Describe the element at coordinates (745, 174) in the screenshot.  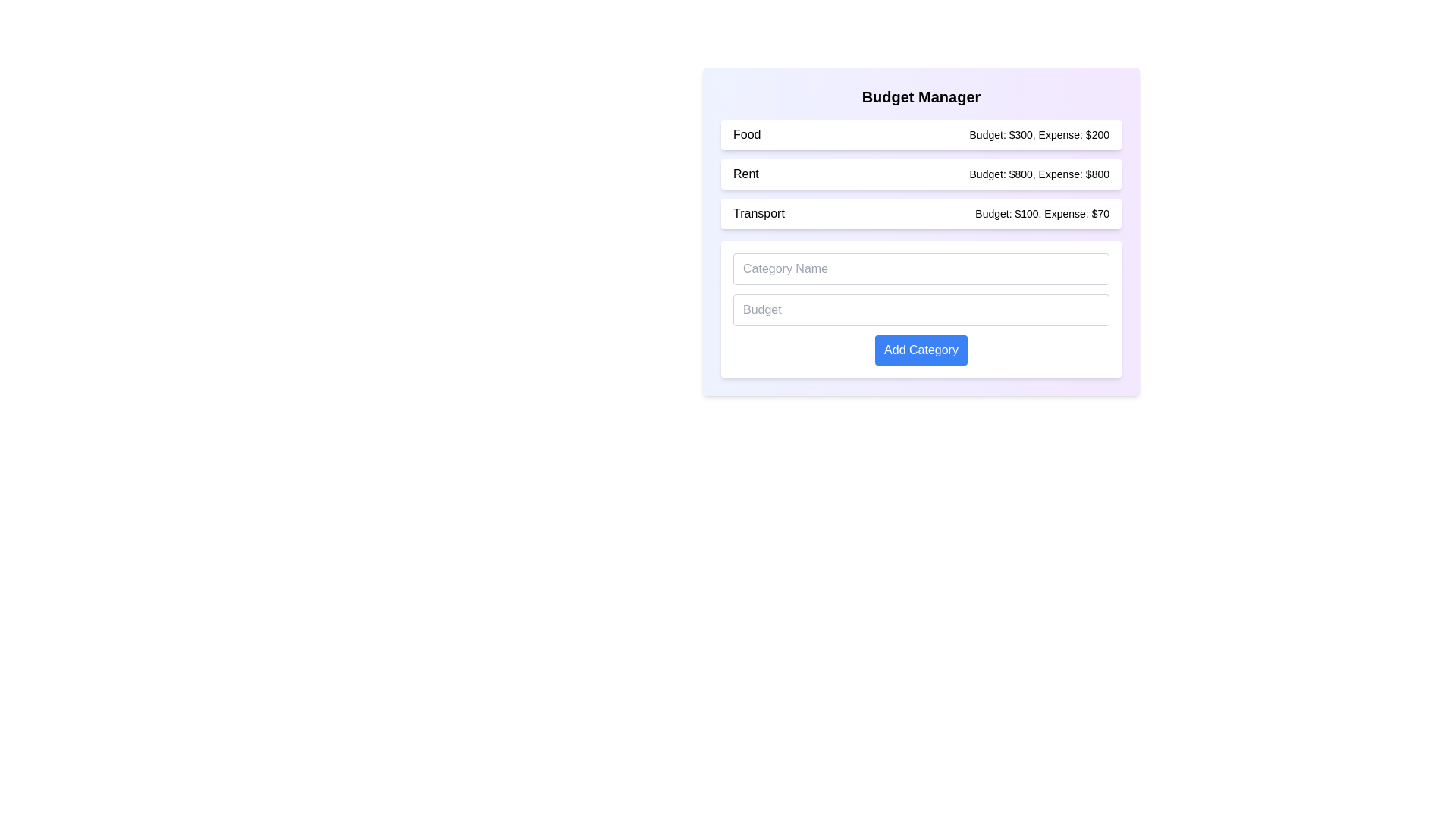
I see `the text label for the budget category located in the second budget row under 'Budget Manager', situated between 'Food' and 'Transport'` at that location.